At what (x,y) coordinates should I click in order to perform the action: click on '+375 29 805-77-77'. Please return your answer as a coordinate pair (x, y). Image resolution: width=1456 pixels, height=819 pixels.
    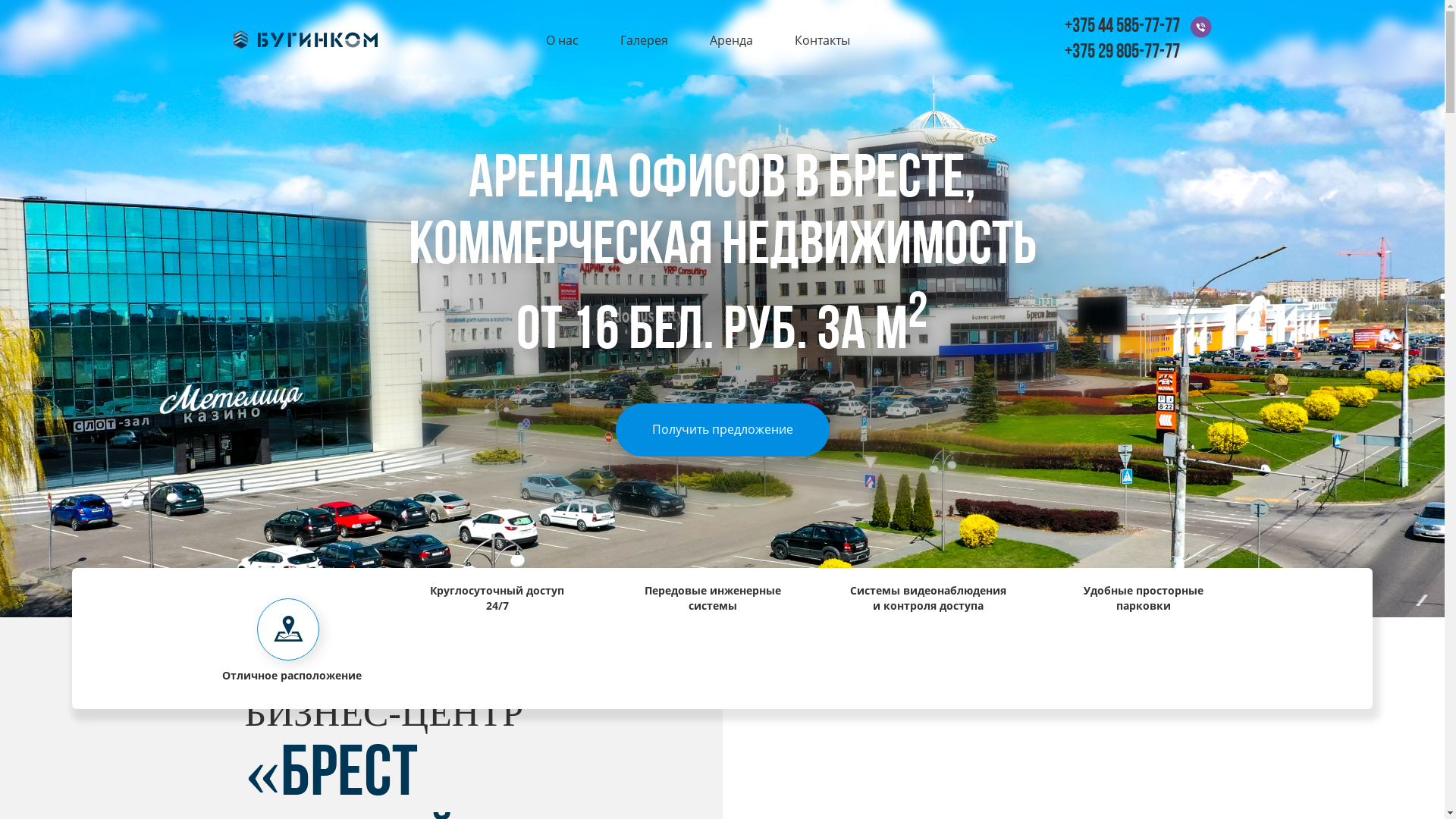
    Looking at the image, I should click on (1122, 52).